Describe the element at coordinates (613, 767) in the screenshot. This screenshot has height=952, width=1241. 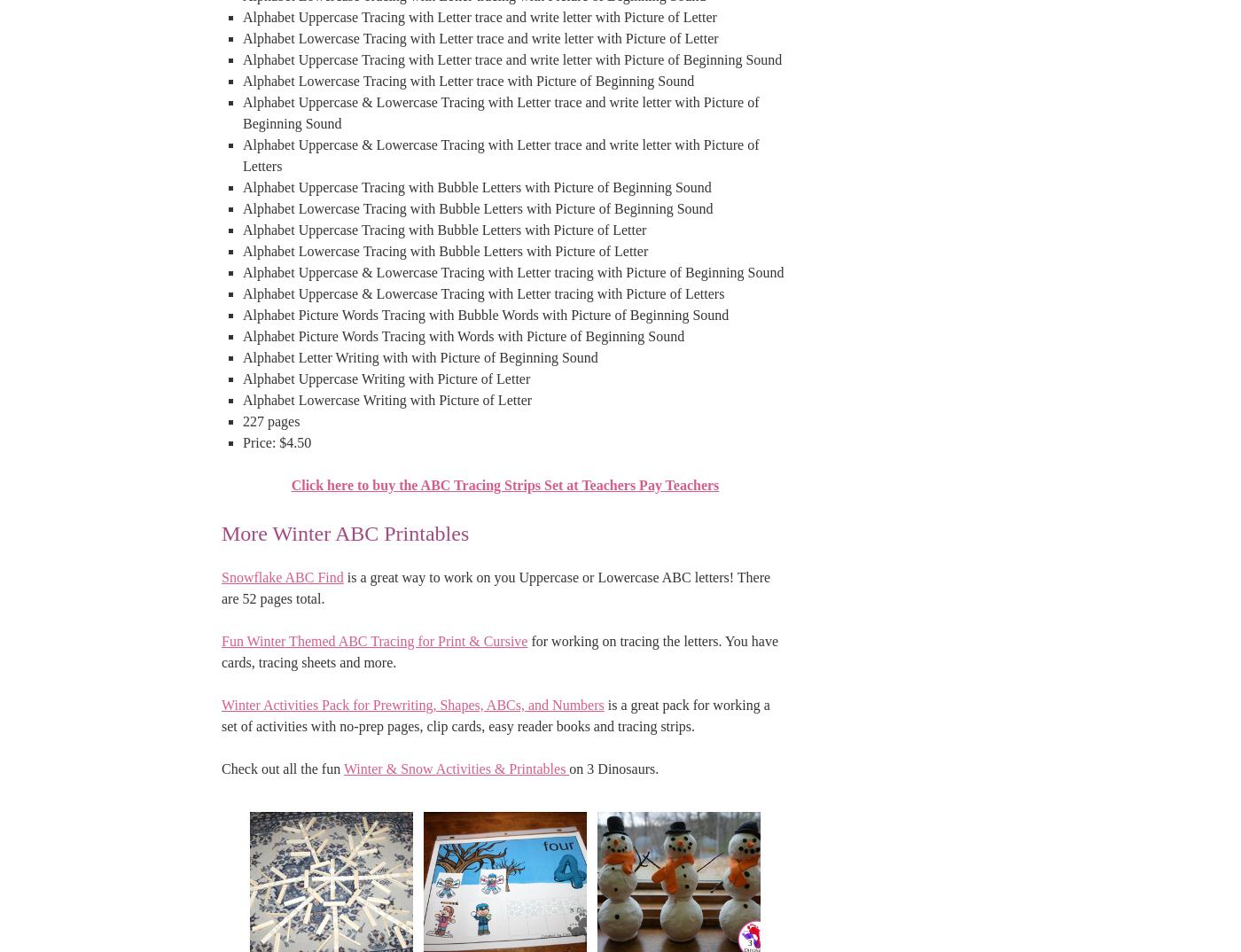
I see `'on 3 Dinosaurs.'` at that location.